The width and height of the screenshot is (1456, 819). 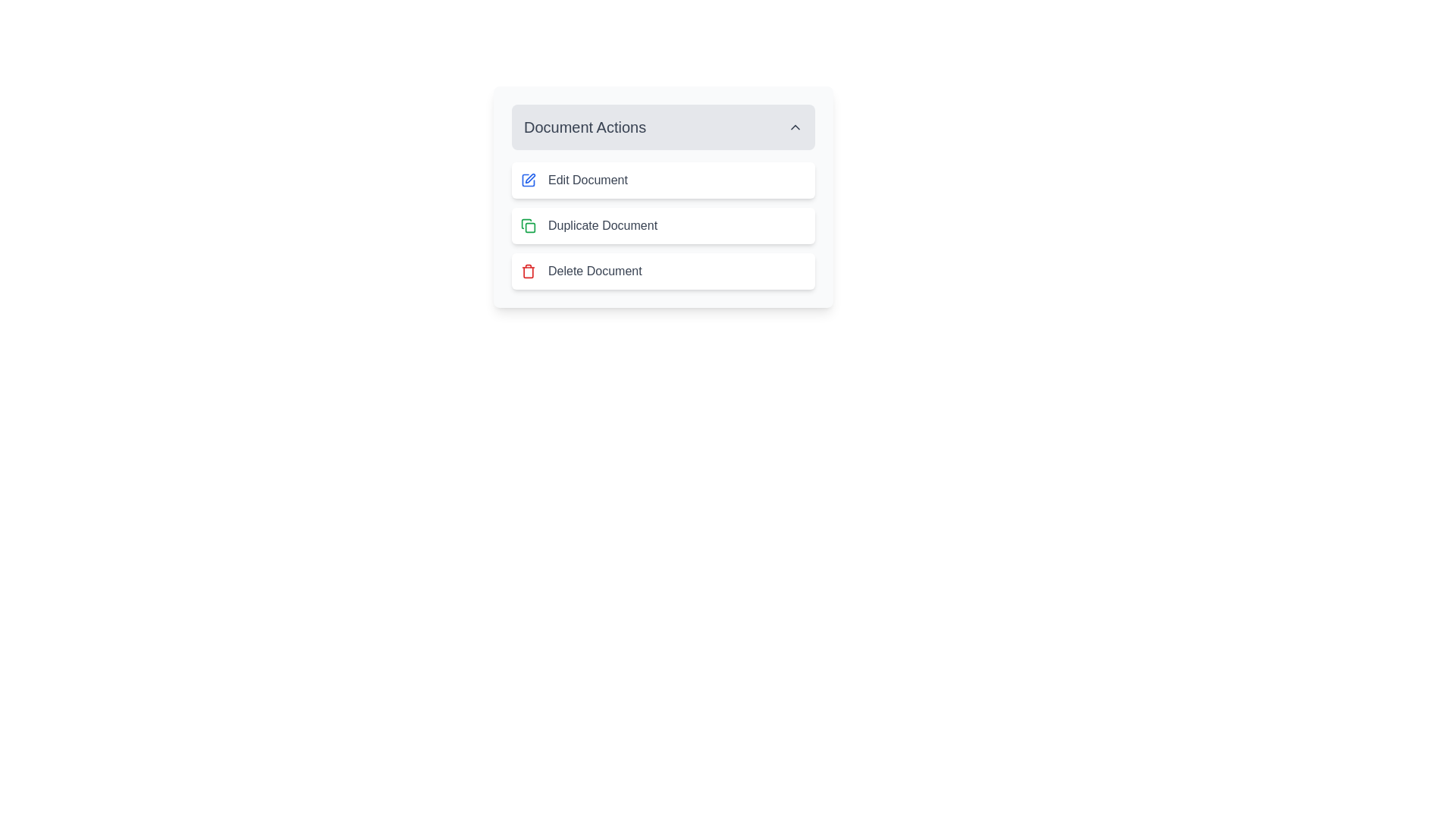 What do you see at coordinates (528, 225) in the screenshot?
I see `the small green Decorative Icon representing a copy action, located to the left of the text 'Duplicate Document' in the 'Document Actions' dropdown` at bounding box center [528, 225].